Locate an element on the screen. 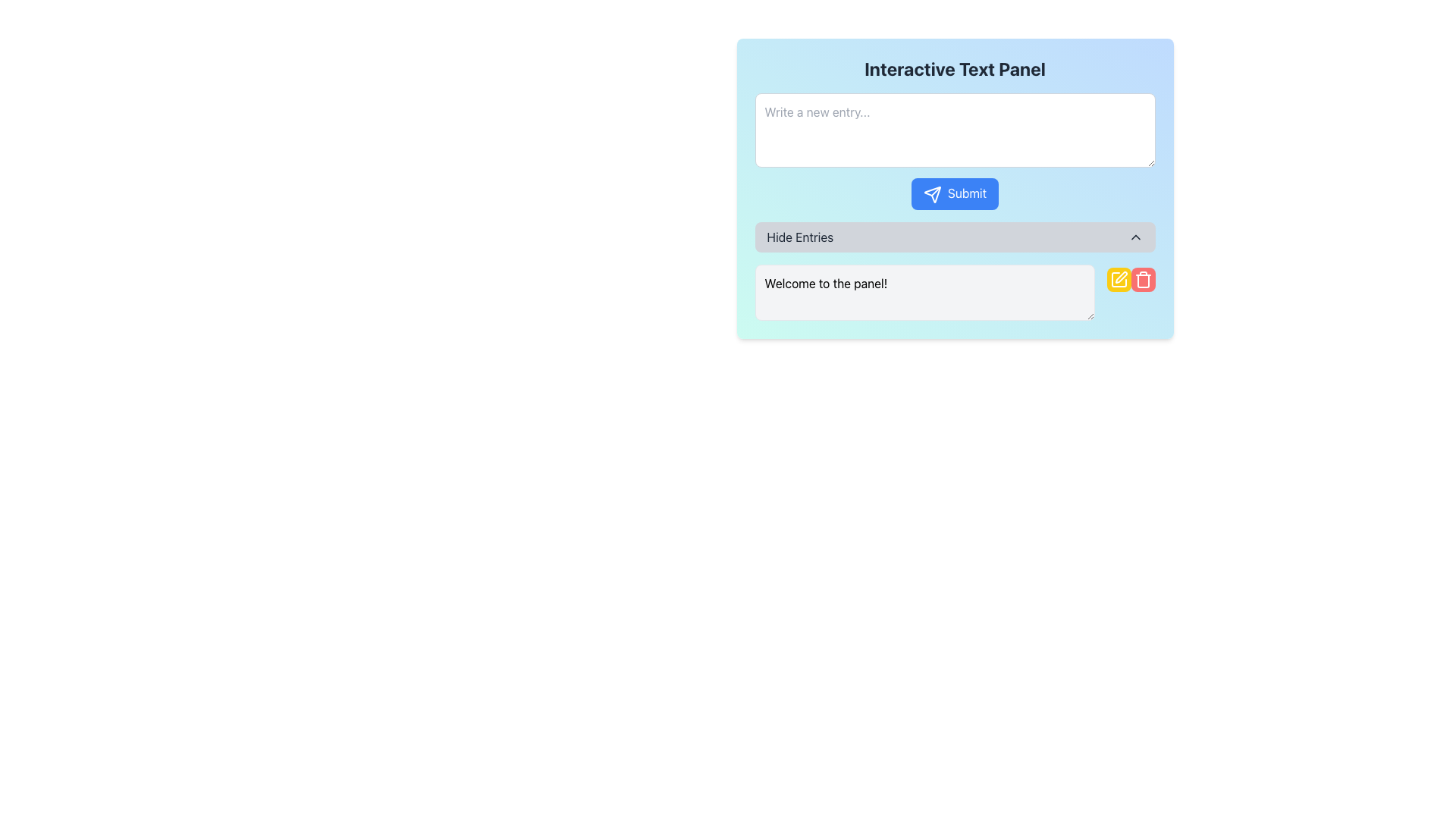  the trash bin icon button, which is styled in white color with rounded edges and enclosed in a red circular background, located at the bottom right of the panel adjacent to a yellow pencil icon is located at coordinates (1143, 279).